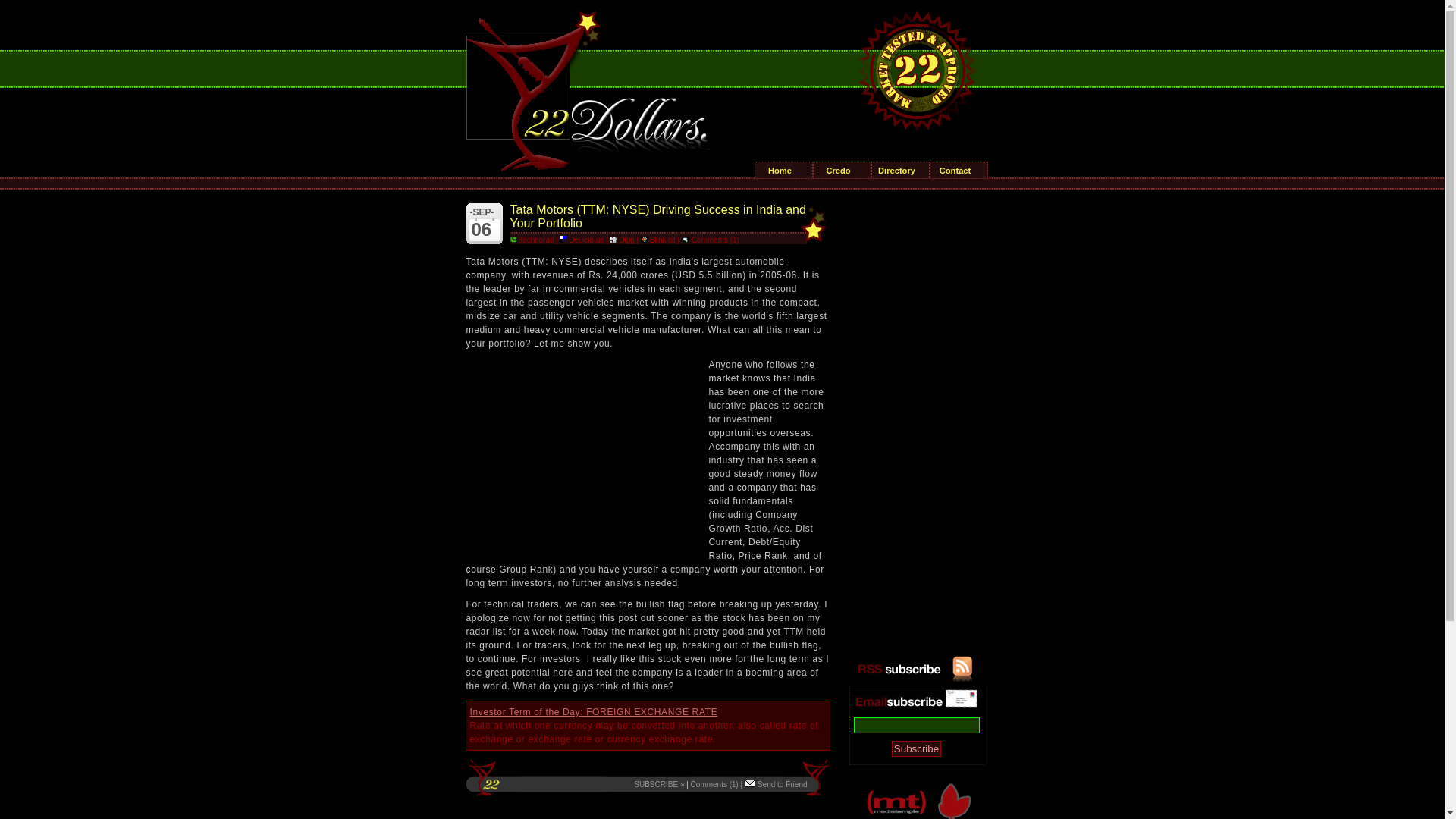 The width and height of the screenshot is (1456, 819). What do you see at coordinates (578, 452) in the screenshot?
I see `'Advertisement'` at bounding box center [578, 452].